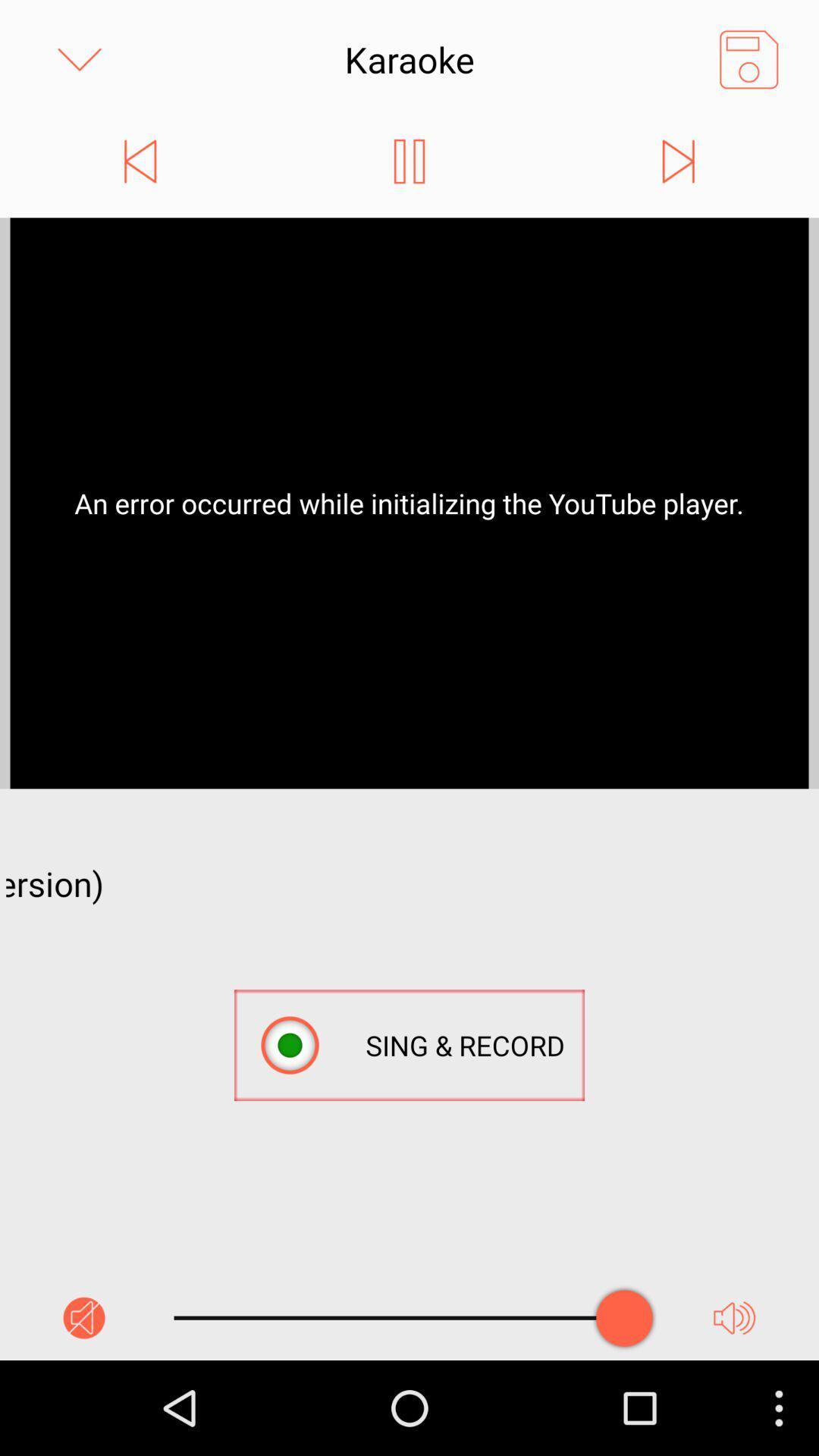 The width and height of the screenshot is (819, 1456). Describe the element at coordinates (140, 161) in the screenshot. I see `previous icon` at that location.